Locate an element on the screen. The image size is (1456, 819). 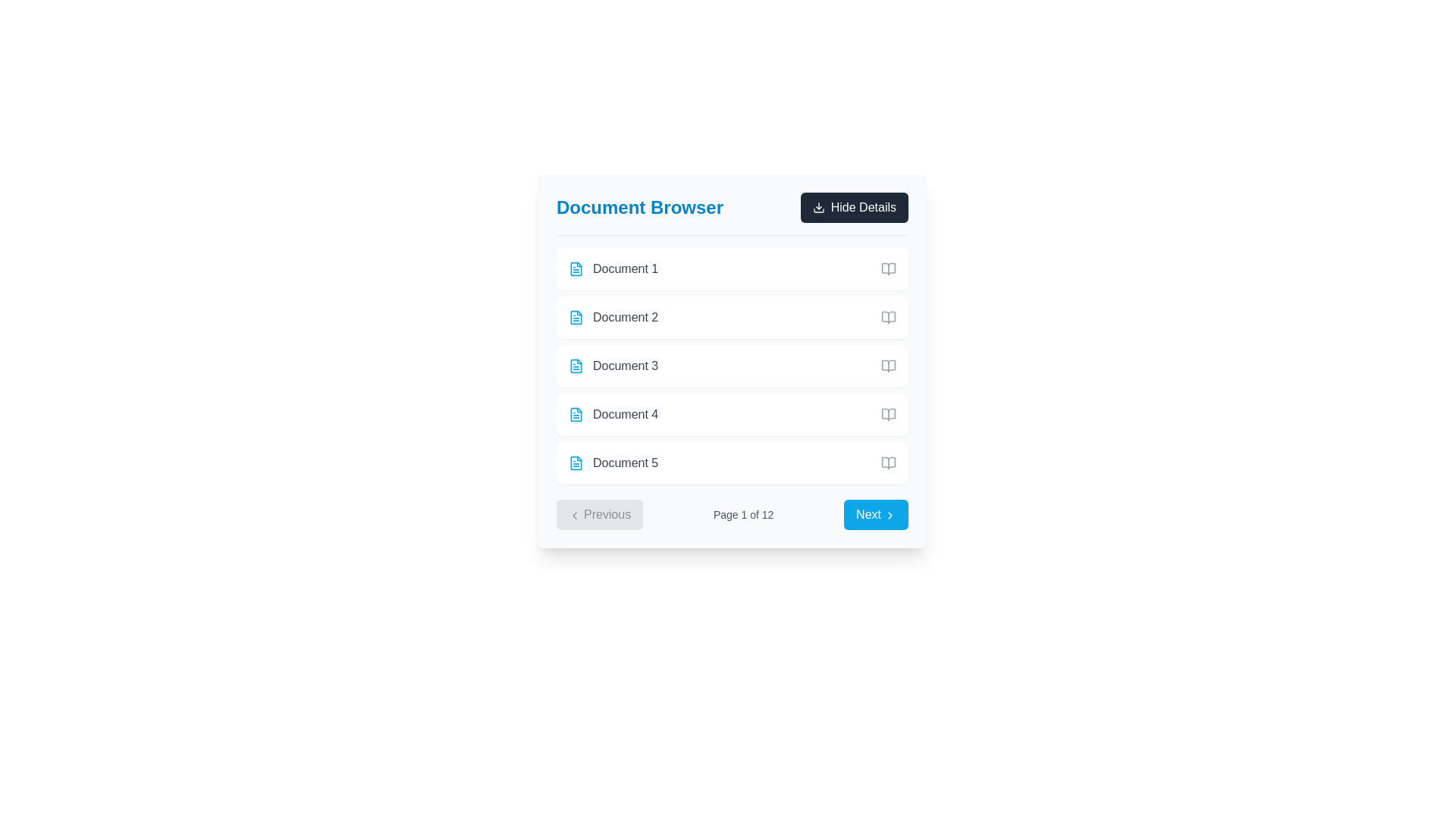
the Open Book Style icon located on the far right within the 'Document 4' row to change its color is located at coordinates (888, 415).